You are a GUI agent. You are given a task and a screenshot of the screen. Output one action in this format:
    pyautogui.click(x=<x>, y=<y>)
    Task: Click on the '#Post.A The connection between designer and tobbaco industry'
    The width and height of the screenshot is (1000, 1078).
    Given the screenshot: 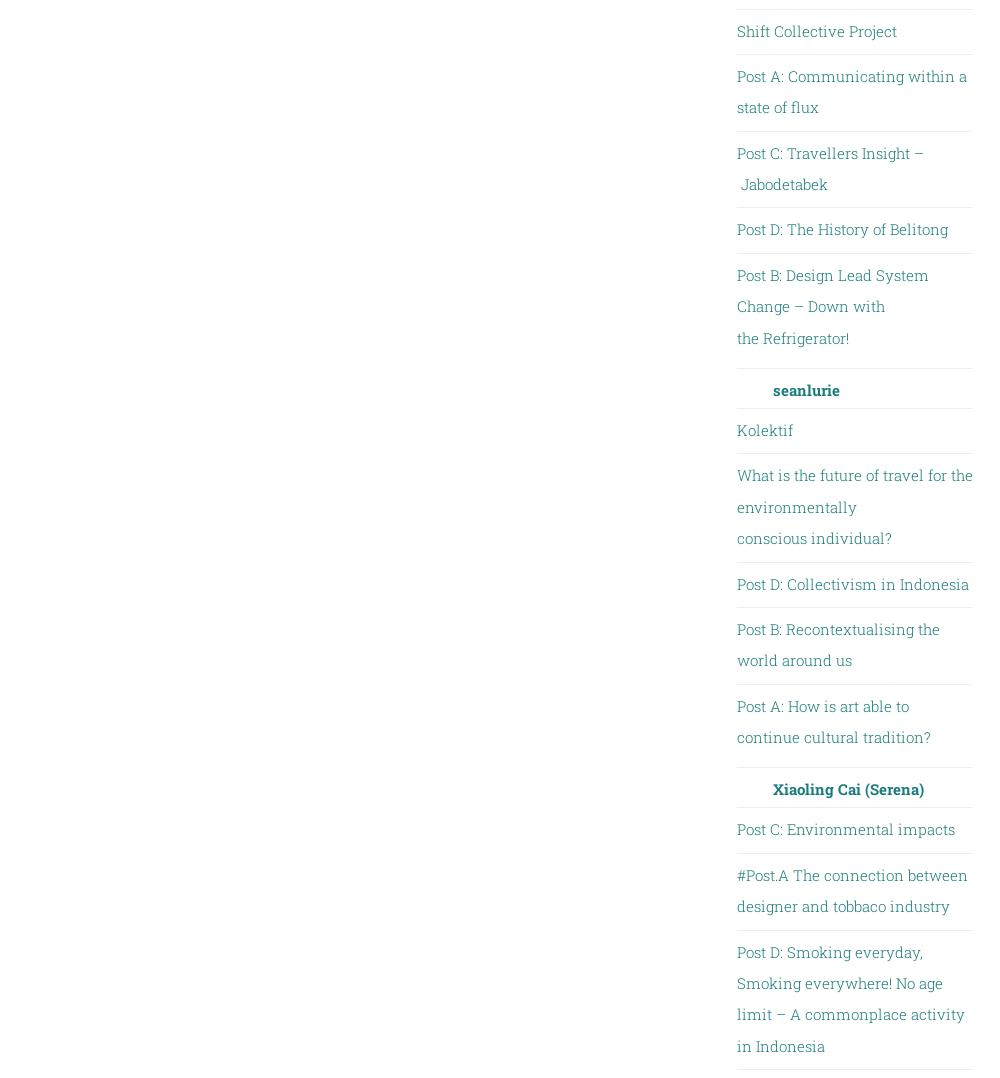 What is the action you would take?
    pyautogui.click(x=850, y=889)
    